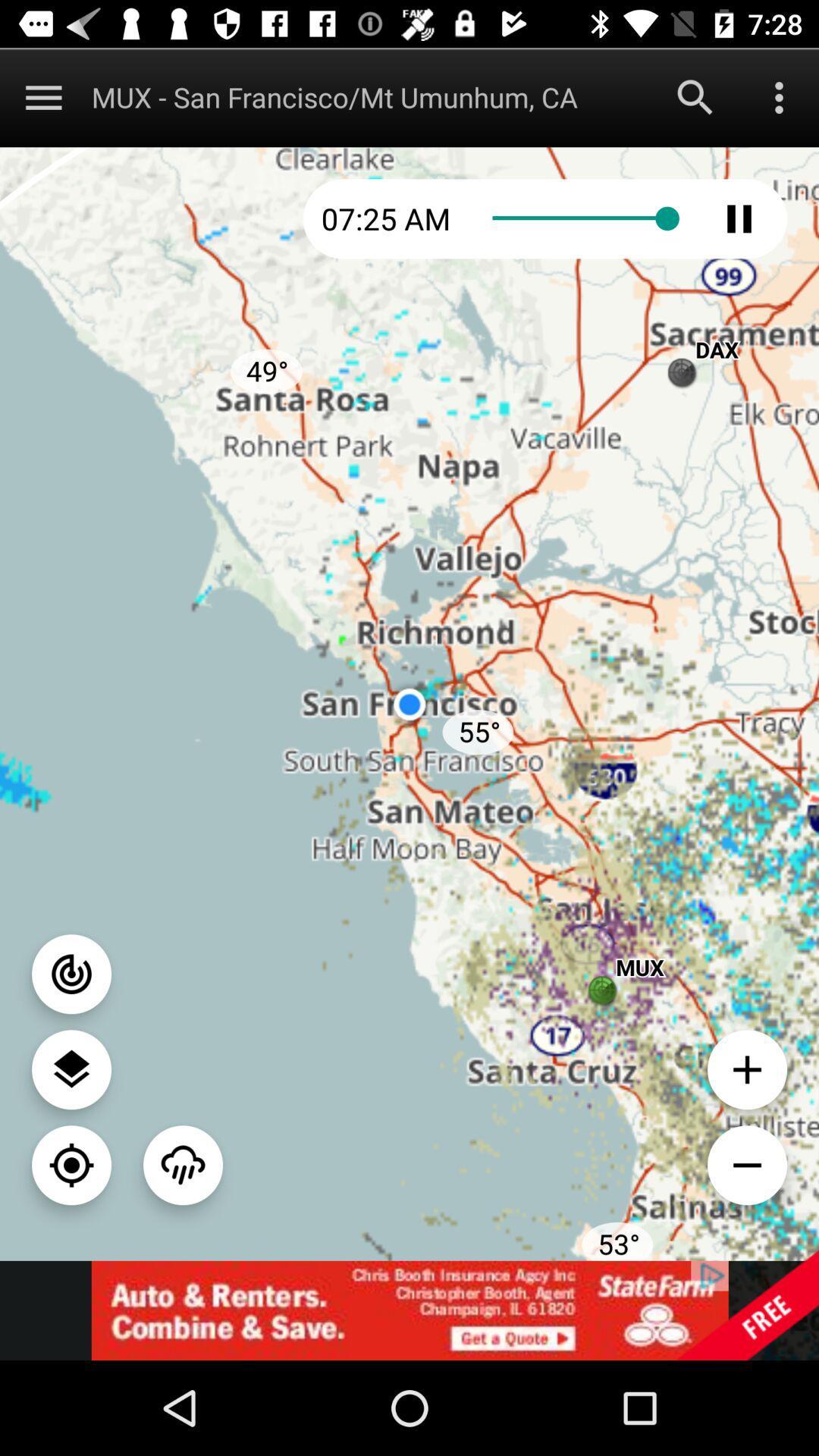  Describe the element at coordinates (71, 1068) in the screenshot. I see `the layers icon` at that location.